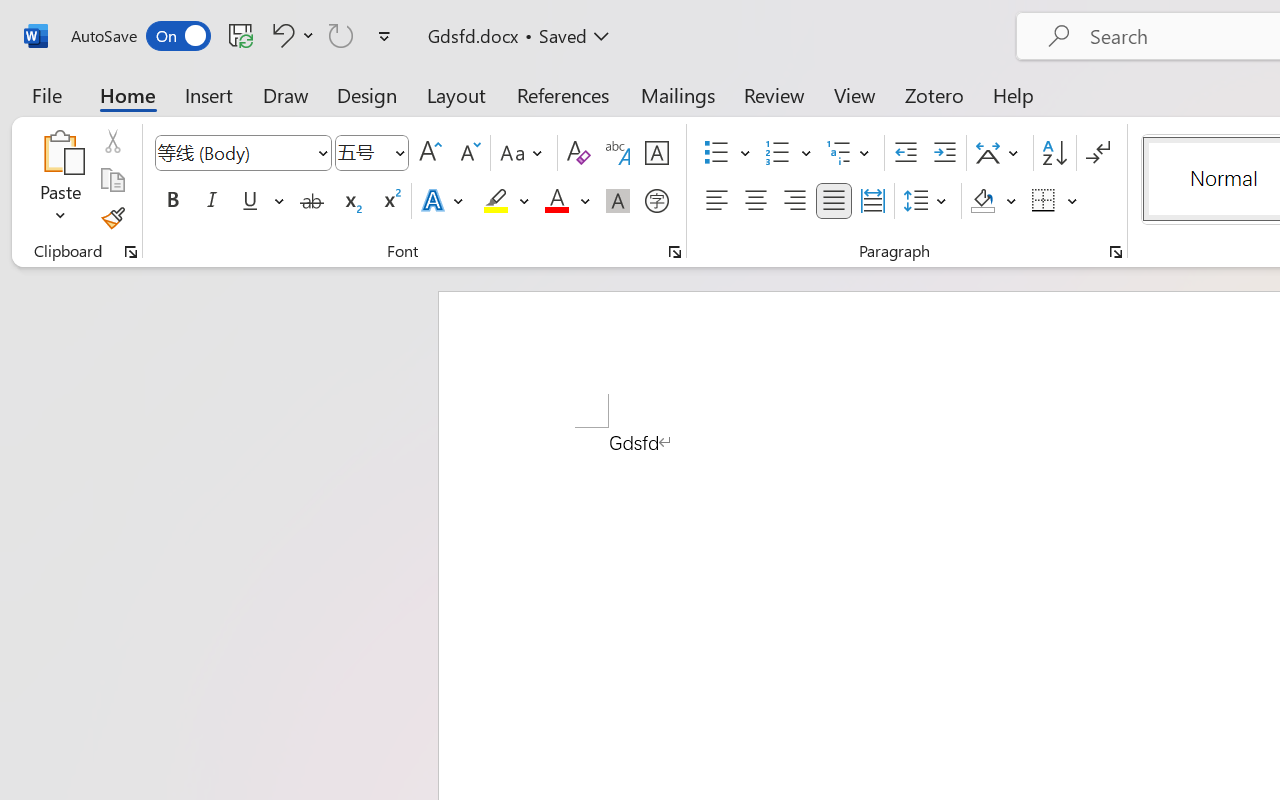  What do you see at coordinates (1053, 153) in the screenshot?
I see `'Sort...'` at bounding box center [1053, 153].